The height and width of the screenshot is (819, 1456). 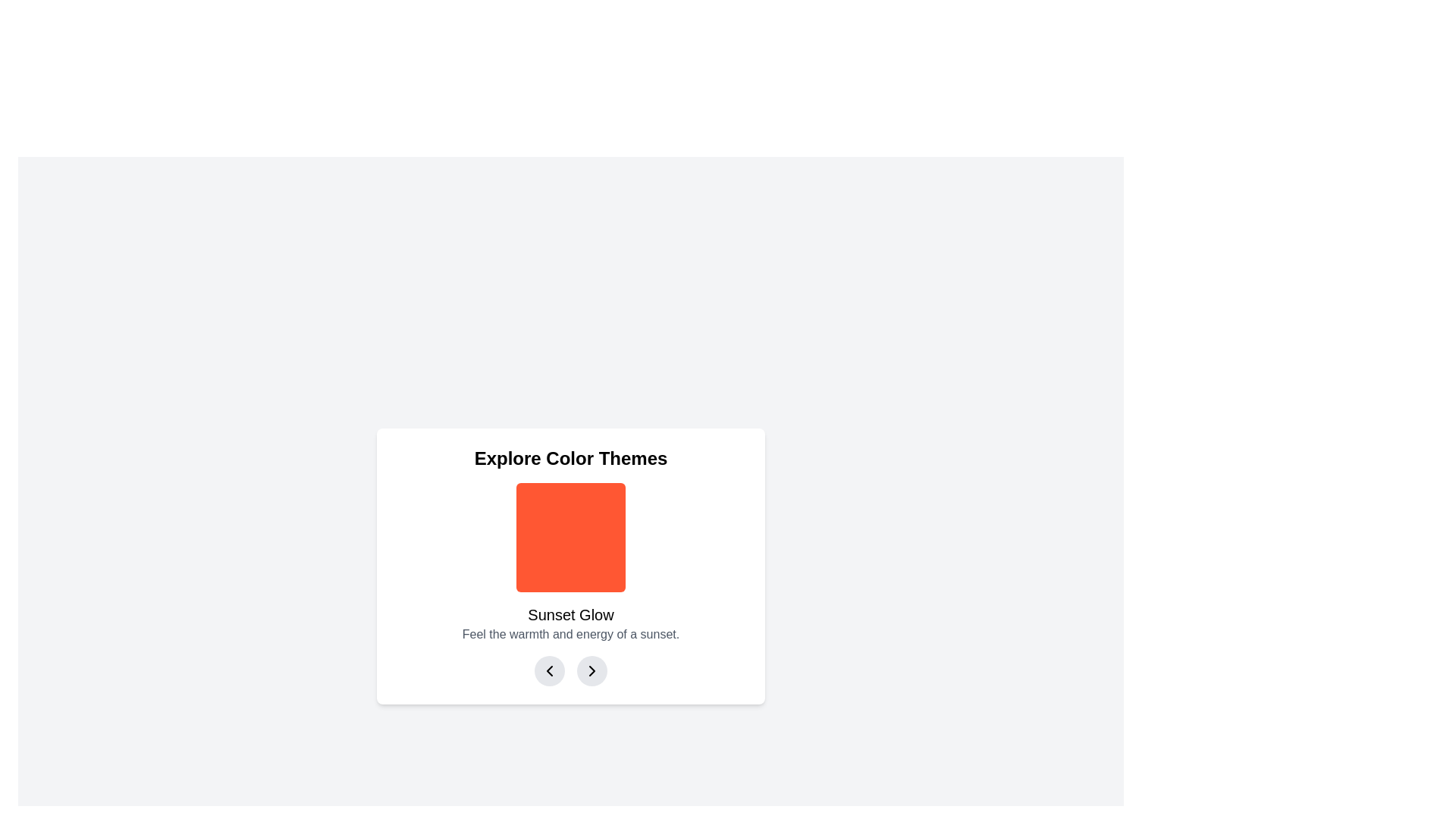 I want to click on the leftmost navigation button that allows users to move to the previous item or page to visualize hover effects, so click(x=548, y=670).